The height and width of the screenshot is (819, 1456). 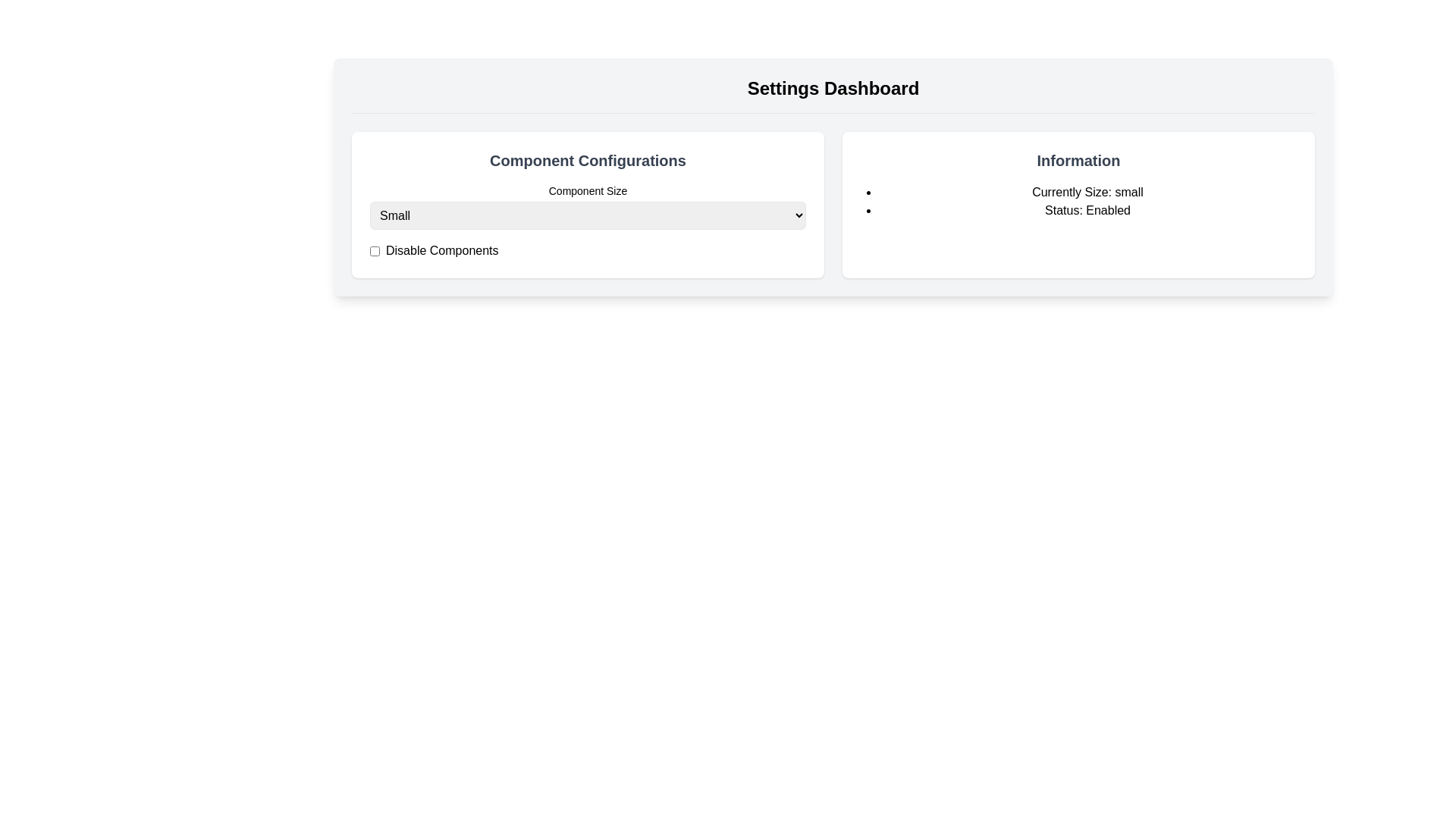 What do you see at coordinates (1087, 192) in the screenshot?
I see `the static text label that informs the user about the current size setting, located in the right section of the interface under the 'Information' header, and positioned above the sibling text 'Status: Enabled'` at bounding box center [1087, 192].